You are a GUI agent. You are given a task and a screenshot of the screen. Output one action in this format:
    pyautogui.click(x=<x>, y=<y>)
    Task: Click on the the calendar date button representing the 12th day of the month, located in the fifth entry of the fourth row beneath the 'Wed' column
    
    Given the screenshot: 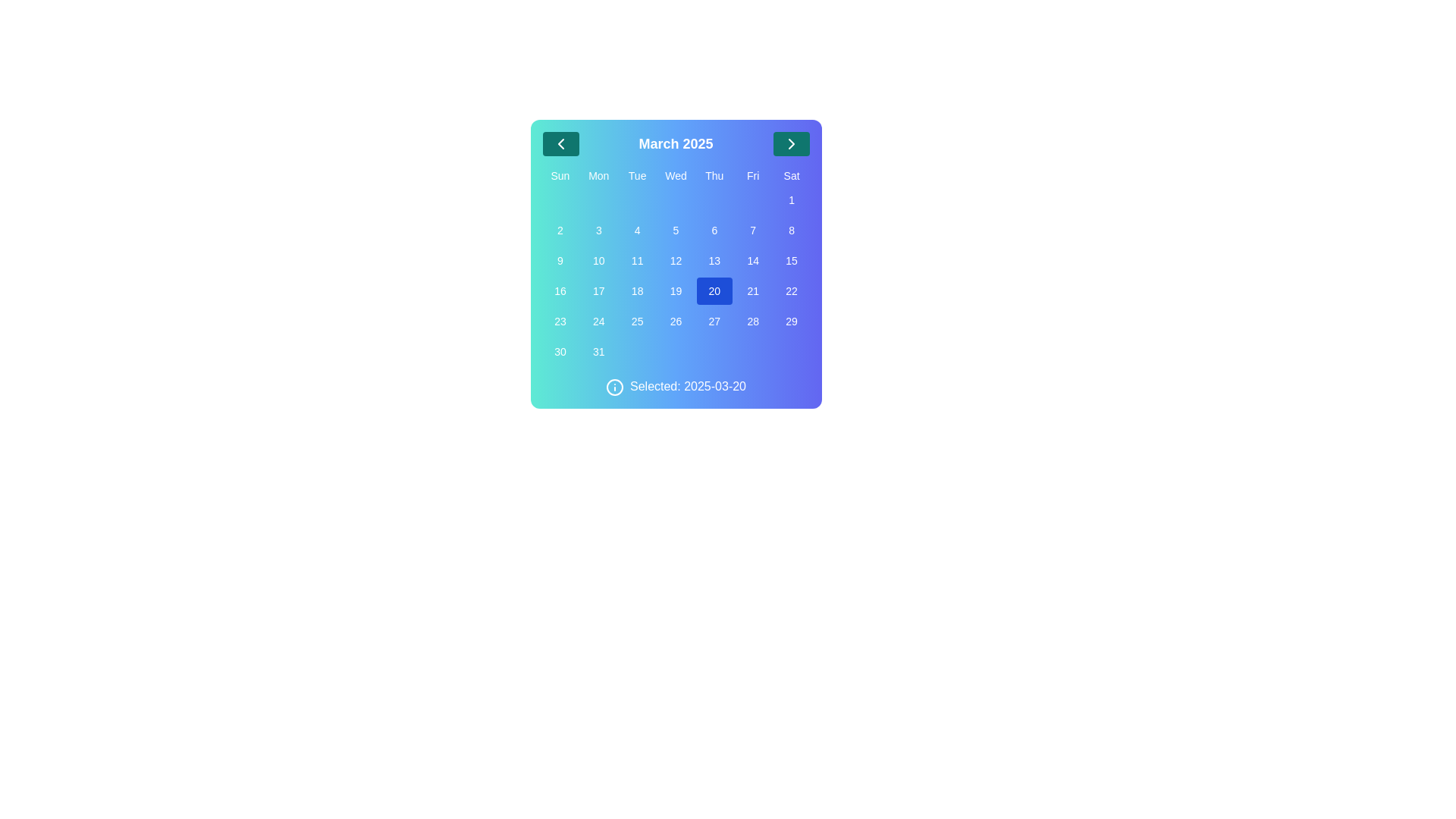 What is the action you would take?
    pyautogui.click(x=675, y=259)
    